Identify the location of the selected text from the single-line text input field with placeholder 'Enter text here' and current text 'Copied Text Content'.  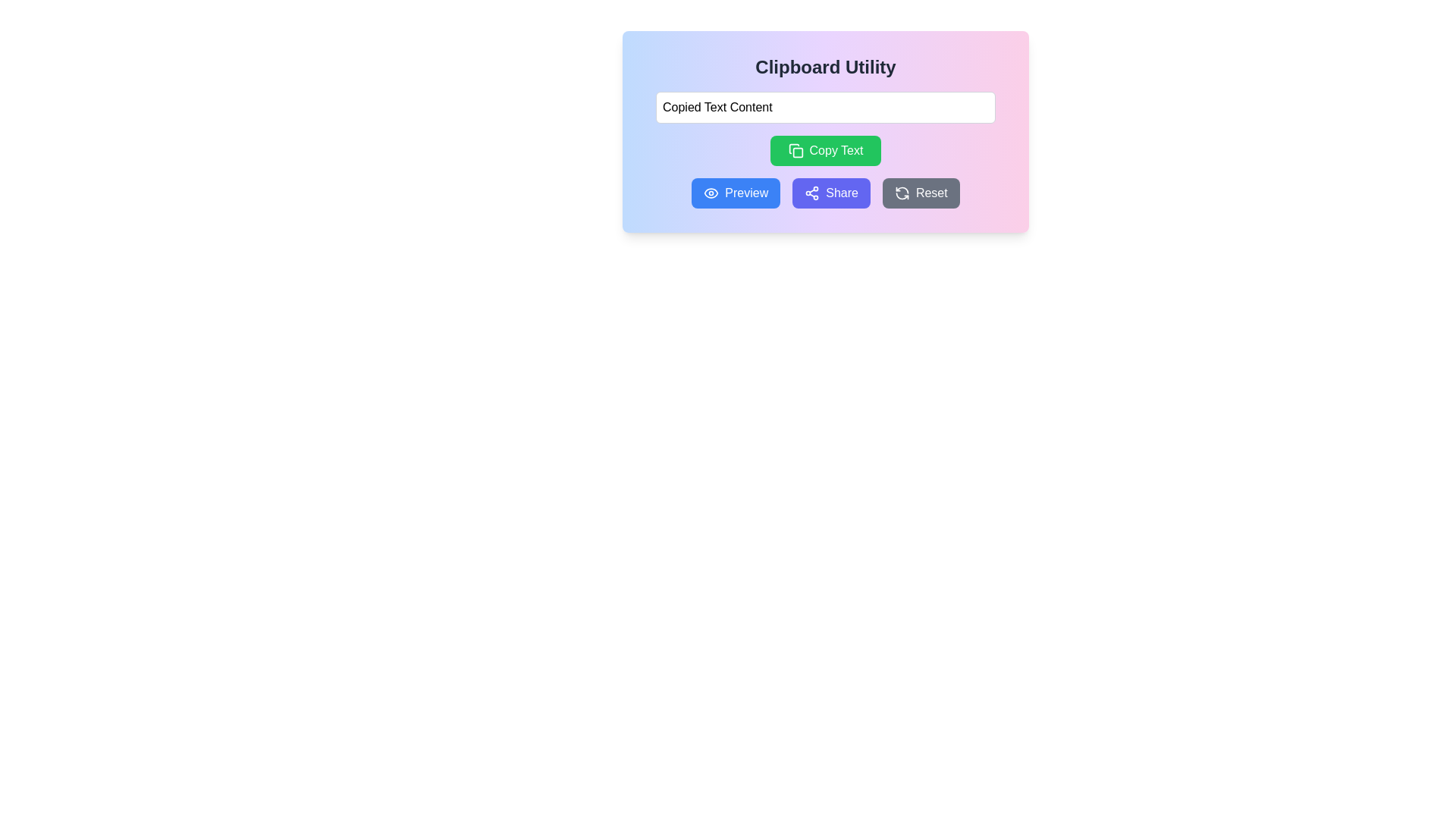
(825, 107).